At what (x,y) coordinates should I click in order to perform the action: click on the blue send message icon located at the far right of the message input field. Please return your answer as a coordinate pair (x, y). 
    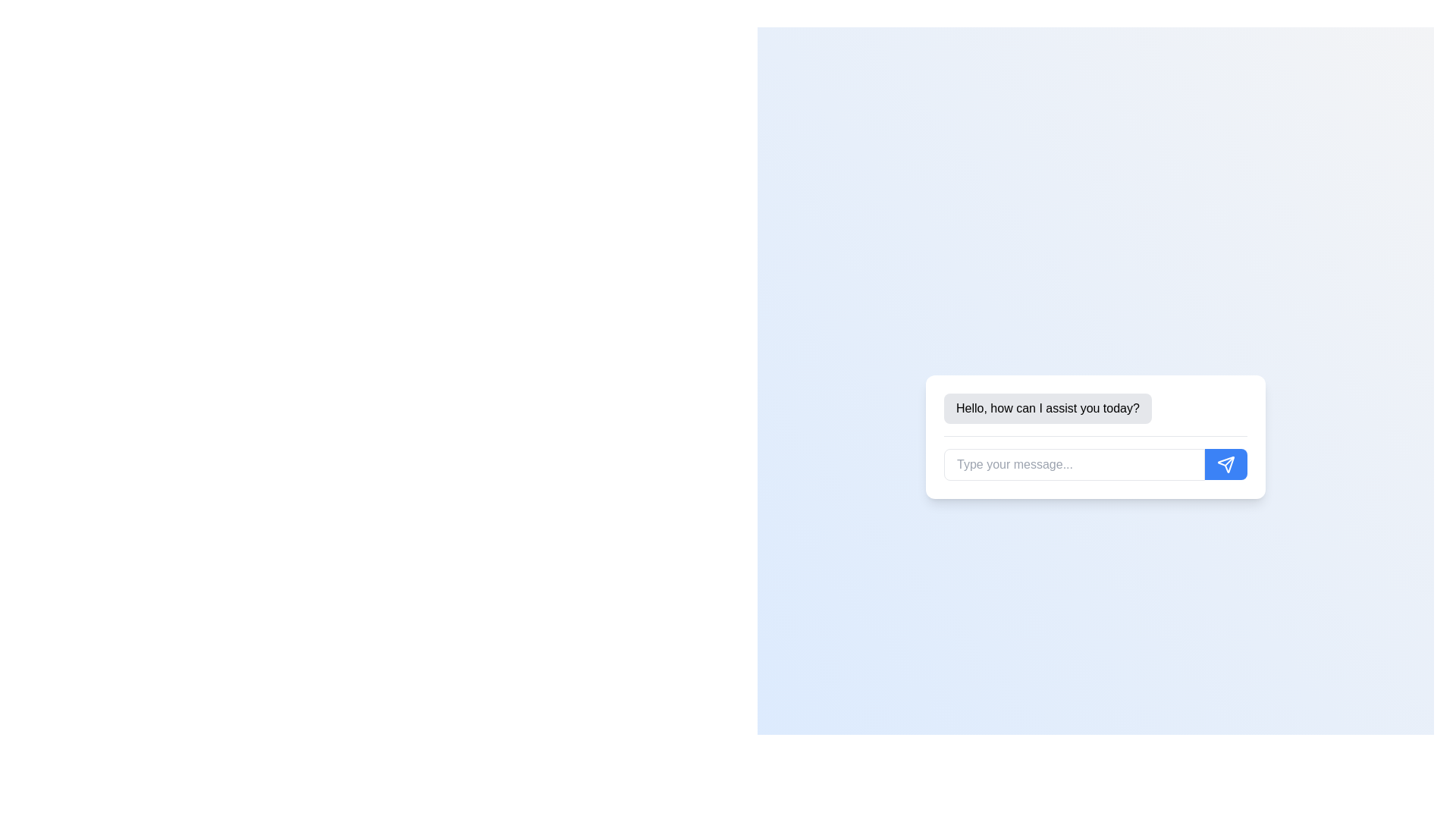
    Looking at the image, I should click on (1226, 463).